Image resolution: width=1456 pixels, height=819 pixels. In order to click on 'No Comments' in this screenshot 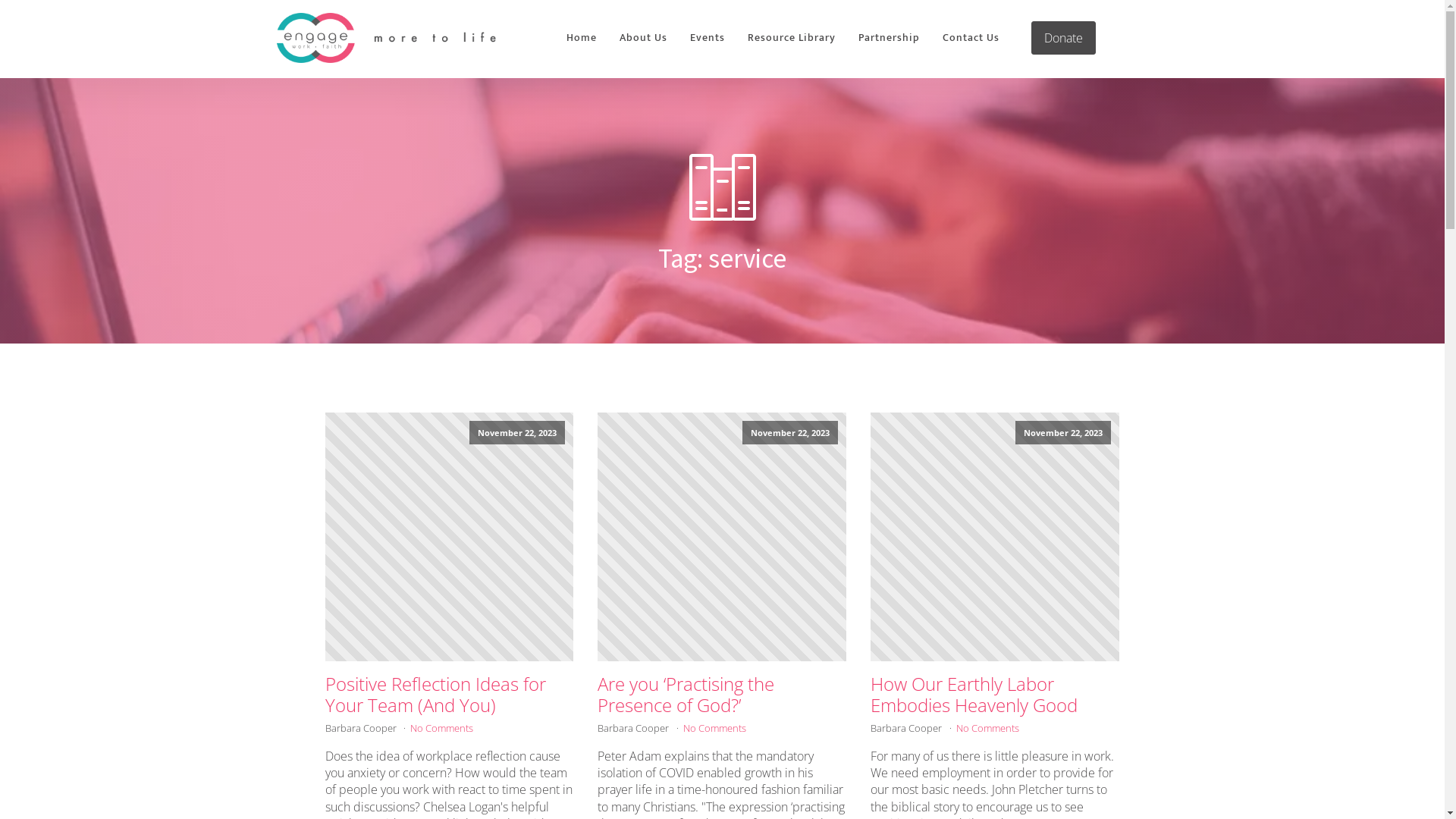, I will do `click(714, 727)`.